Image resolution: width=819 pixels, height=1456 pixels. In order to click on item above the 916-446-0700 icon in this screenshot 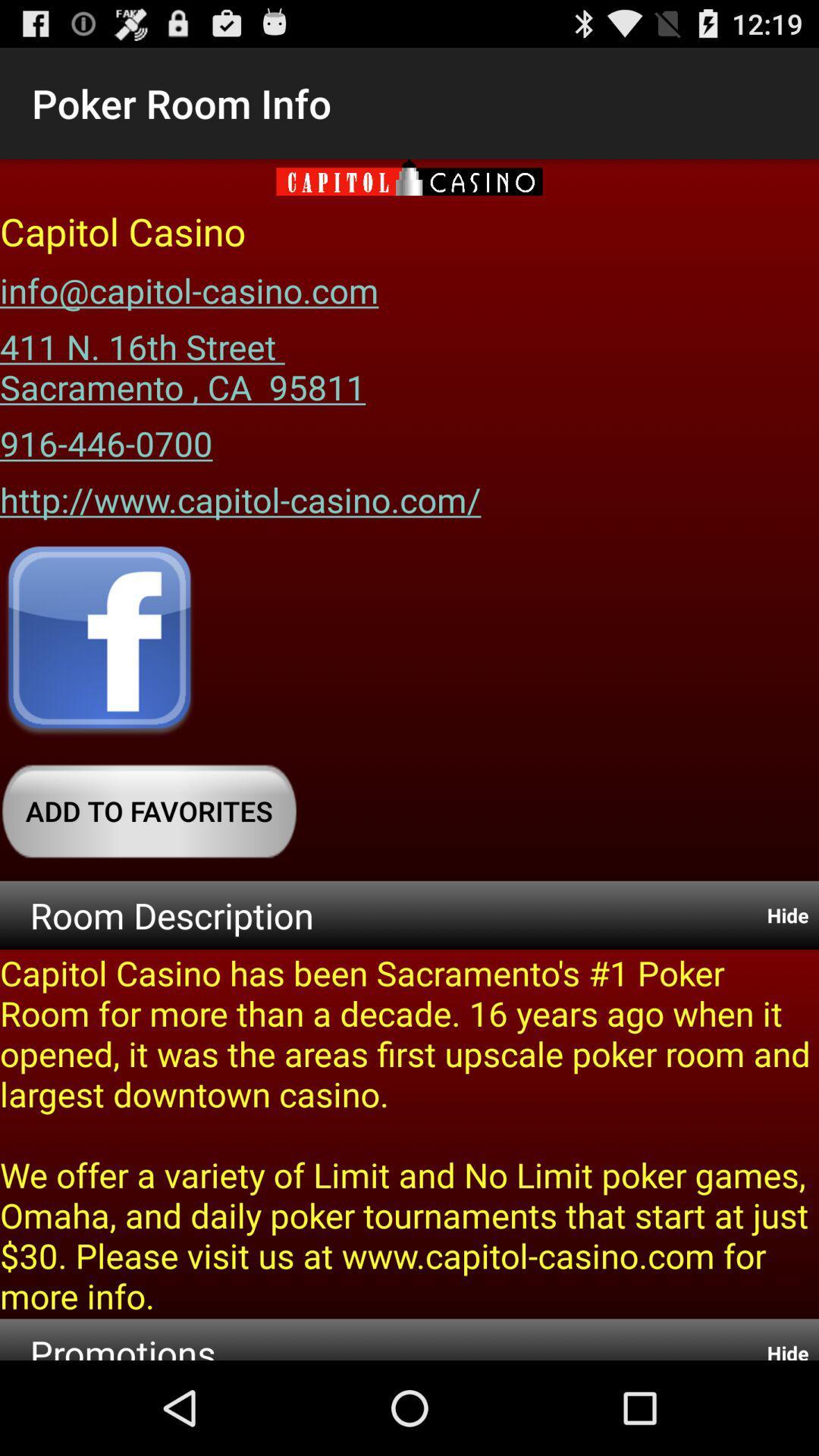, I will do `click(182, 360)`.